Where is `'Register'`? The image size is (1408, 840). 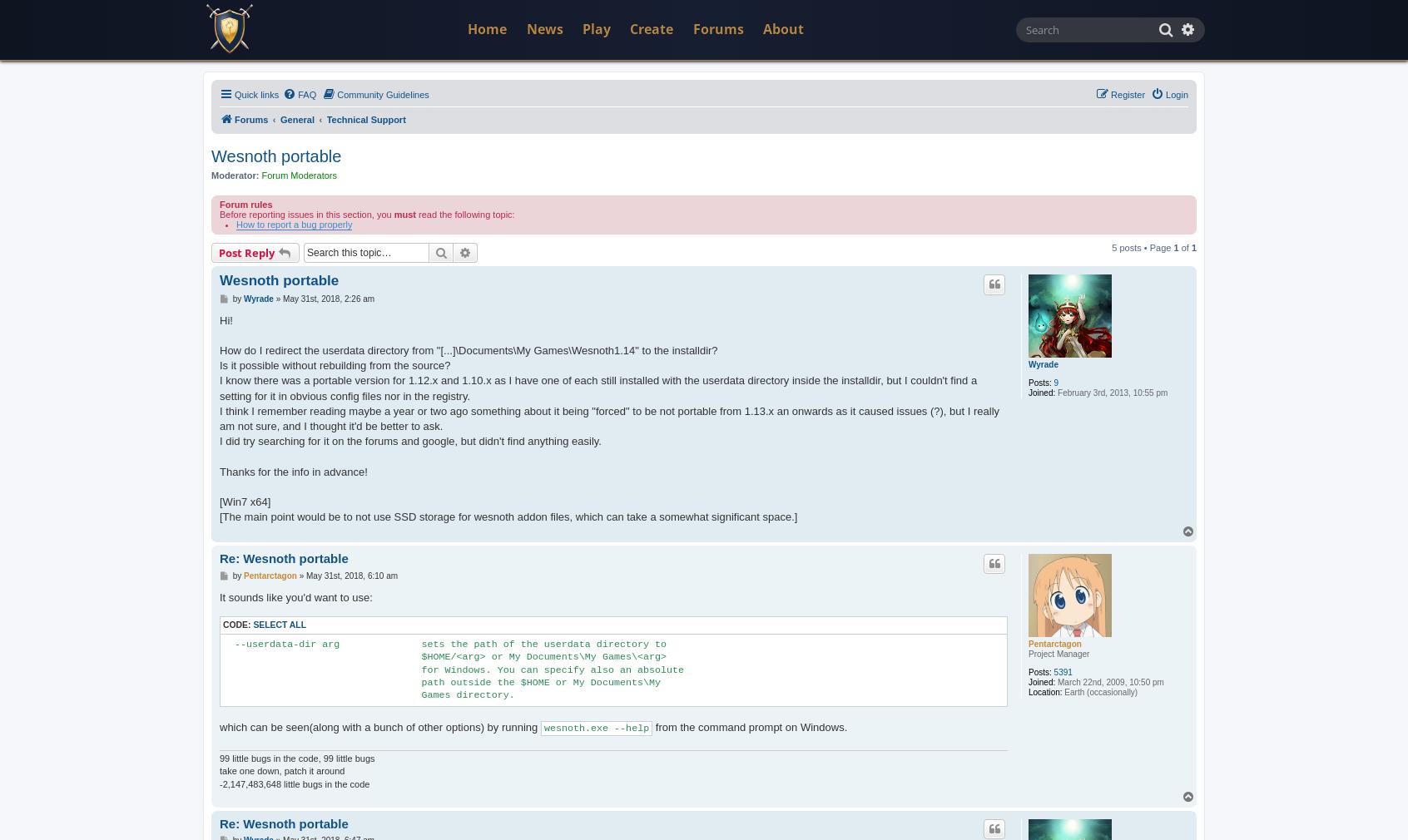
'Register' is located at coordinates (1128, 93).